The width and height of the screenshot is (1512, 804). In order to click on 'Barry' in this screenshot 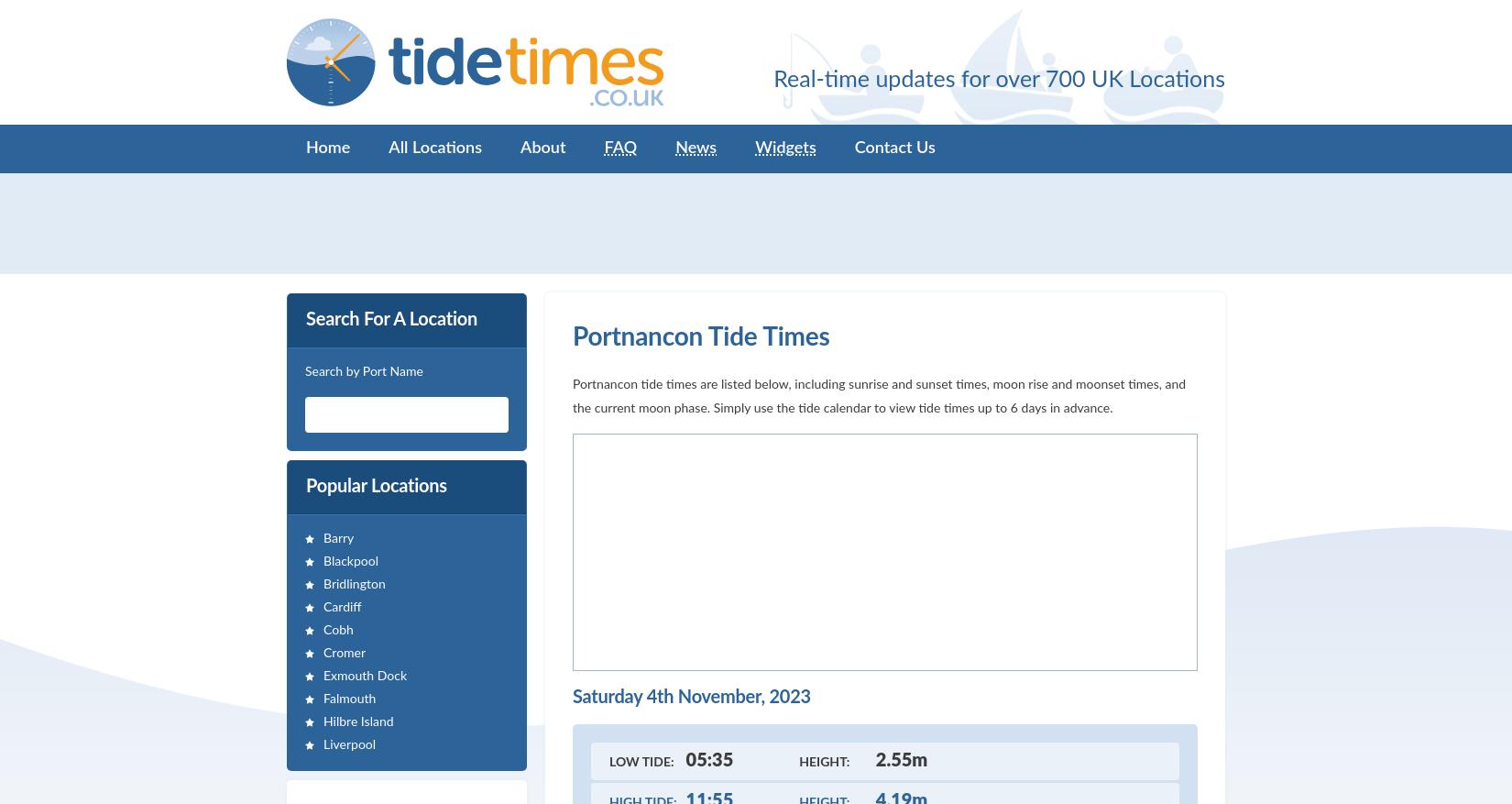, I will do `click(338, 538)`.